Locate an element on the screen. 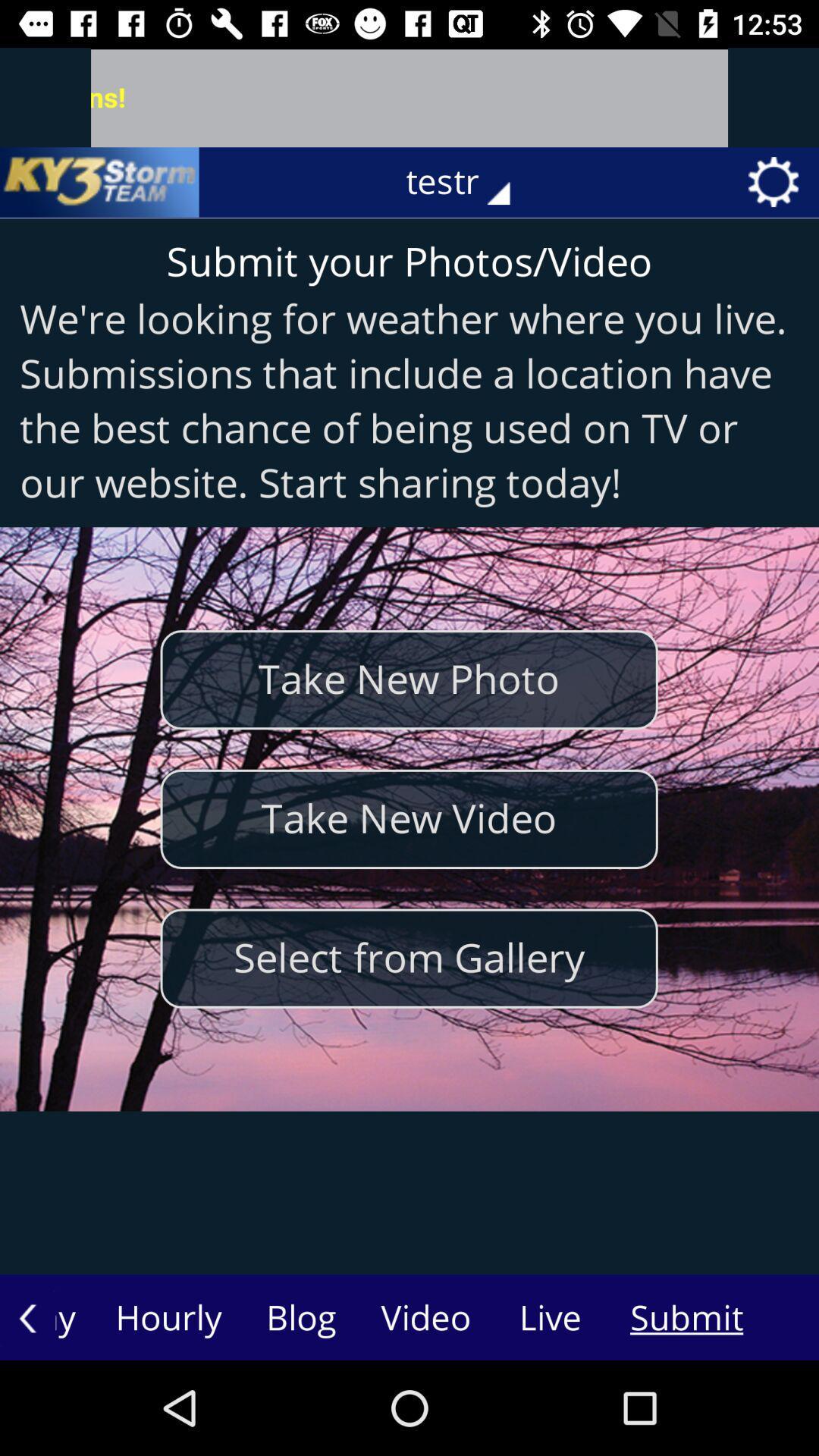  the icon next to the testr item is located at coordinates (99, 182).